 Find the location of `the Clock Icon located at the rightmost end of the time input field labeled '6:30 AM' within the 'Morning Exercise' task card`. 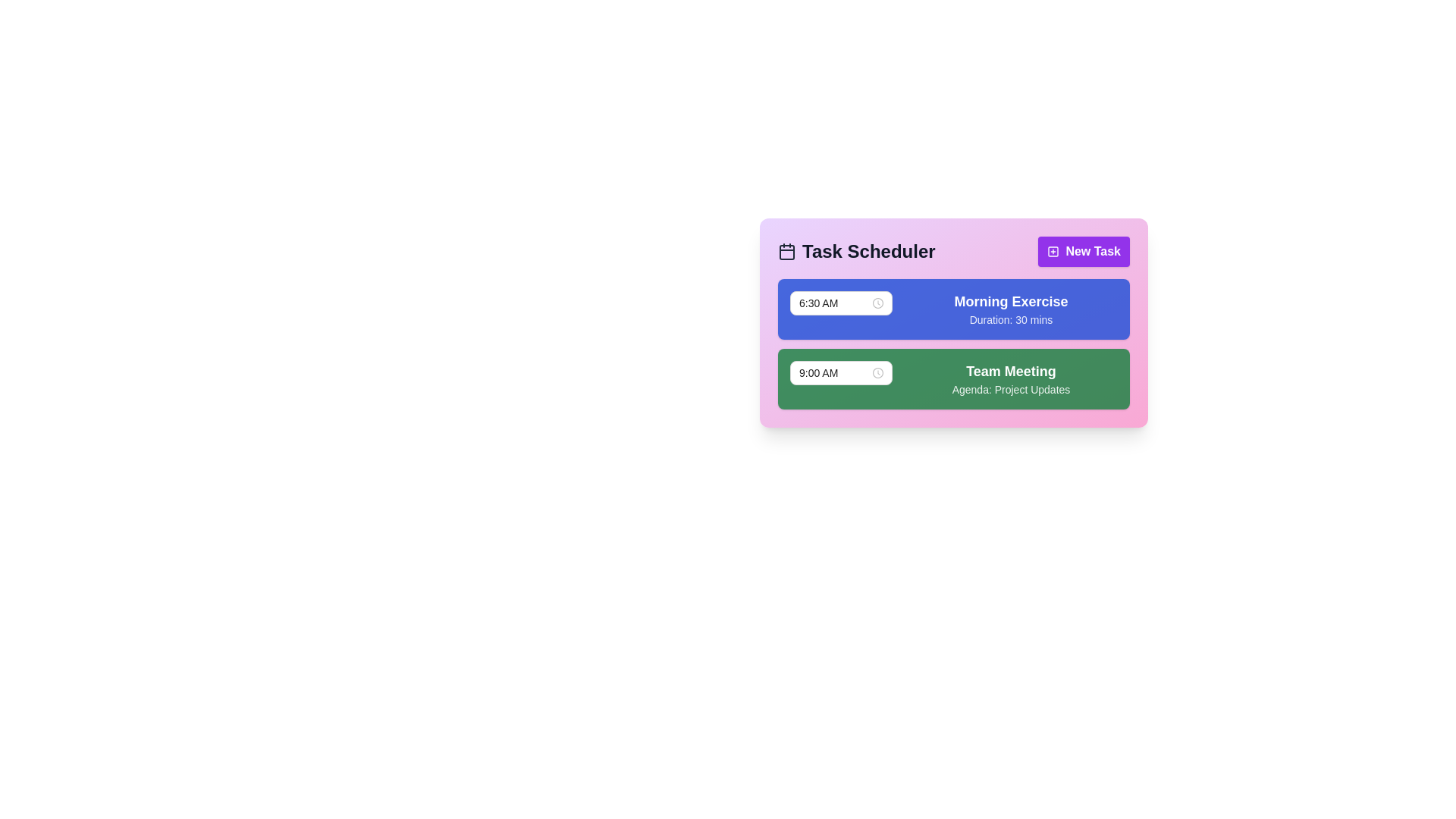

the Clock Icon located at the rightmost end of the time input field labeled '6:30 AM' within the 'Morning Exercise' task card is located at coordinates (877, 303).